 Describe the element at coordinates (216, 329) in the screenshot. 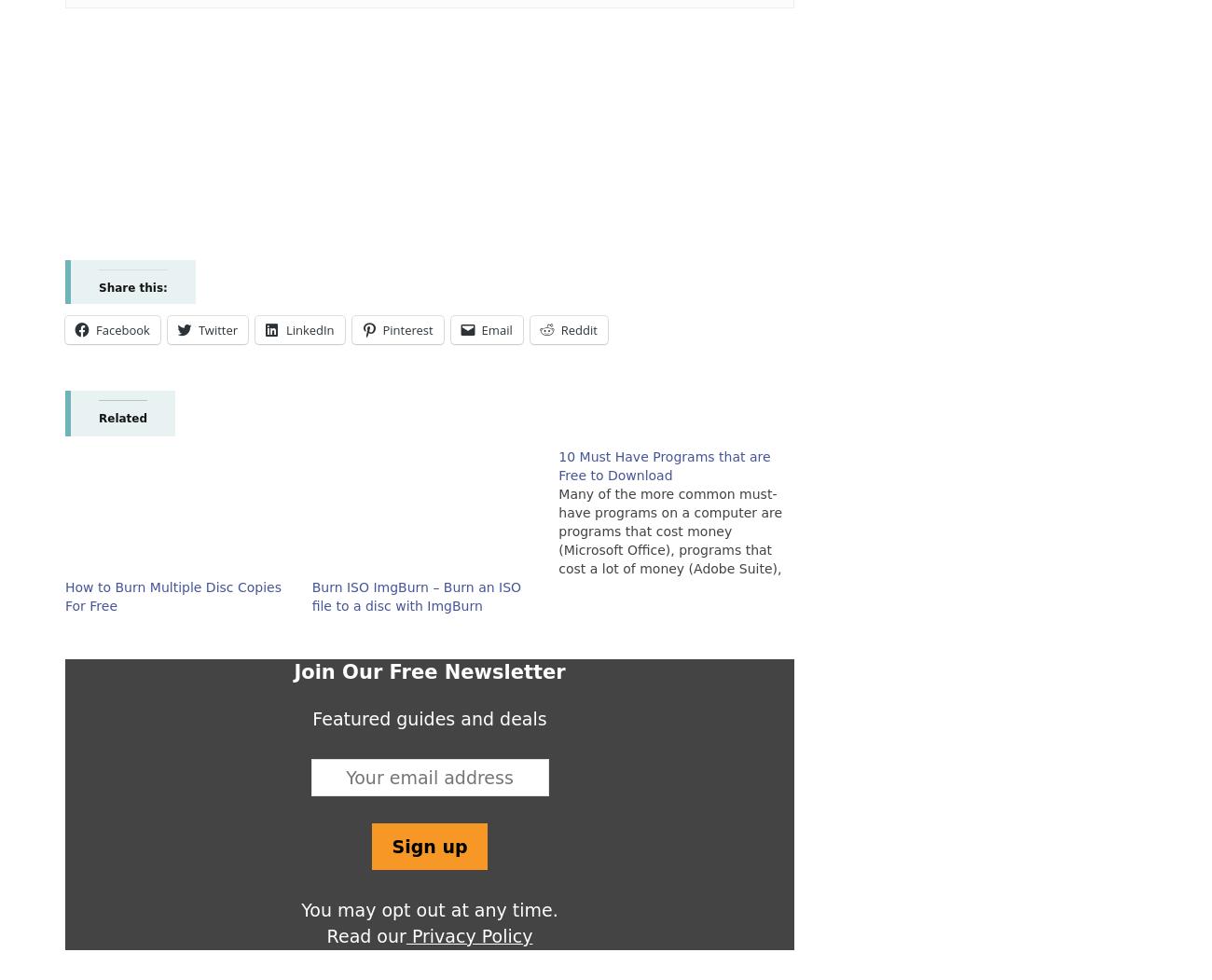

I see `'Twitter'` at that location.